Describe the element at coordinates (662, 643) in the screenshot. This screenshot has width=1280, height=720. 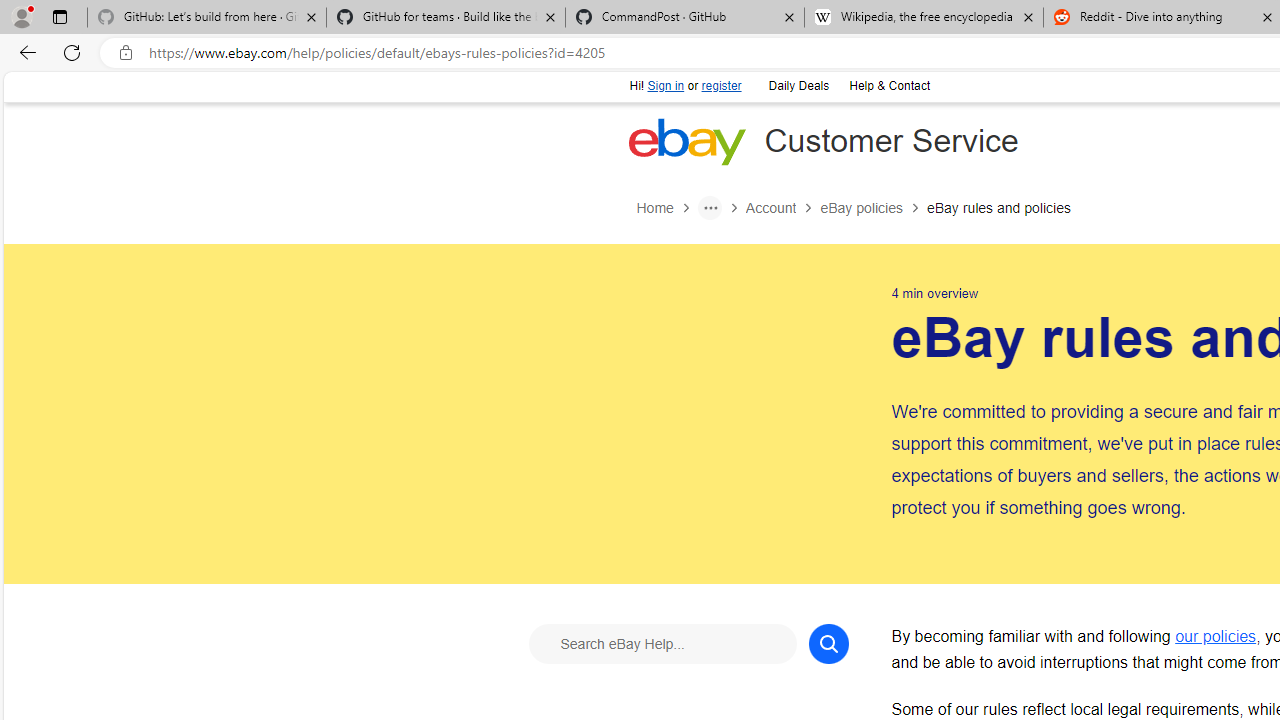
I see `'Search eBay Help...'` at that location.